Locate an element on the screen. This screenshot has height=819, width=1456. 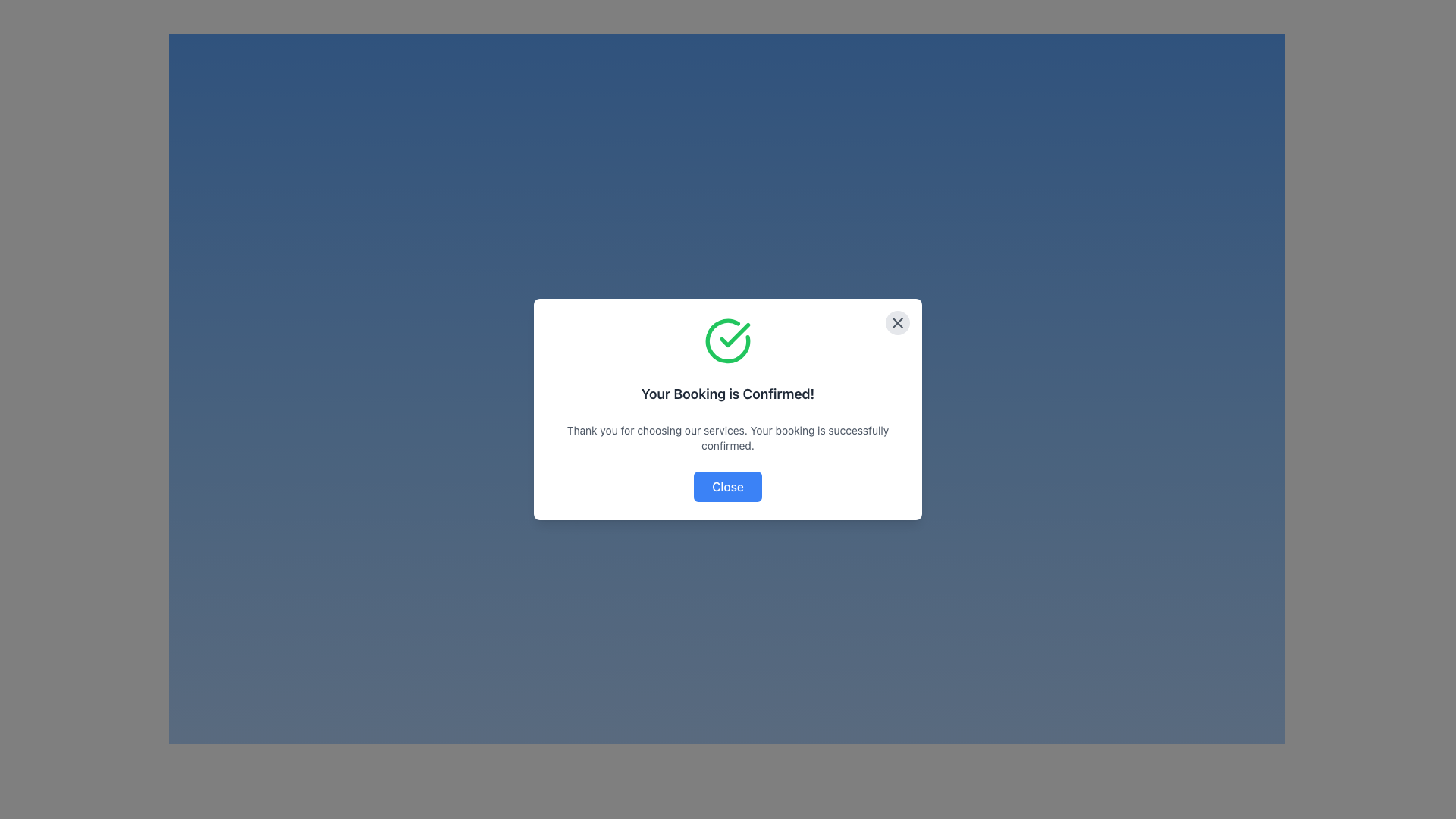
the success confirmation icon located at the top center of the modal dialog box, directly above the 'Your Booking is Confirmed!' message is located at coordinates (728, 341).